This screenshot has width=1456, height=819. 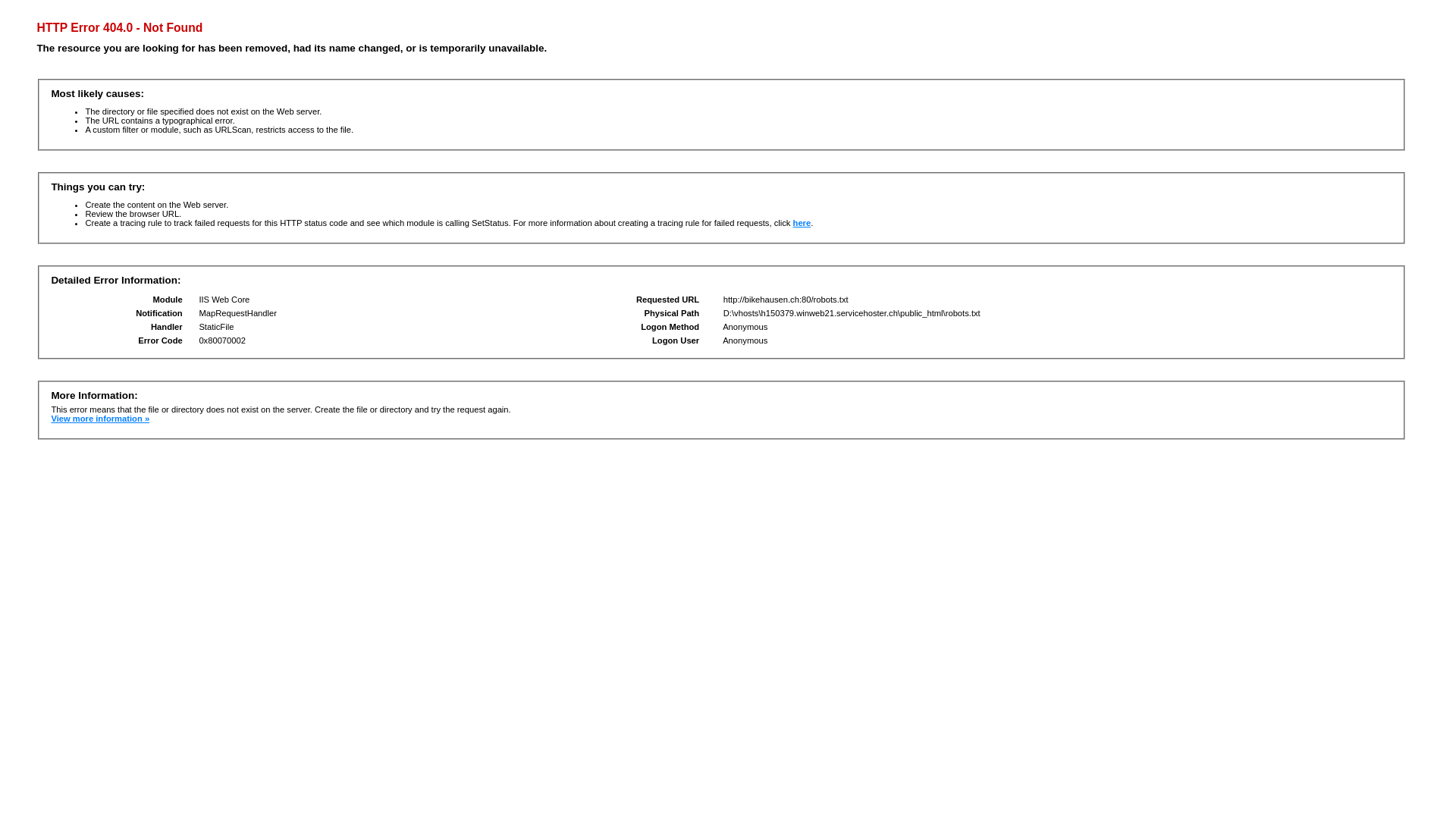 I want to click on 'here', so click(x=801, y=222).